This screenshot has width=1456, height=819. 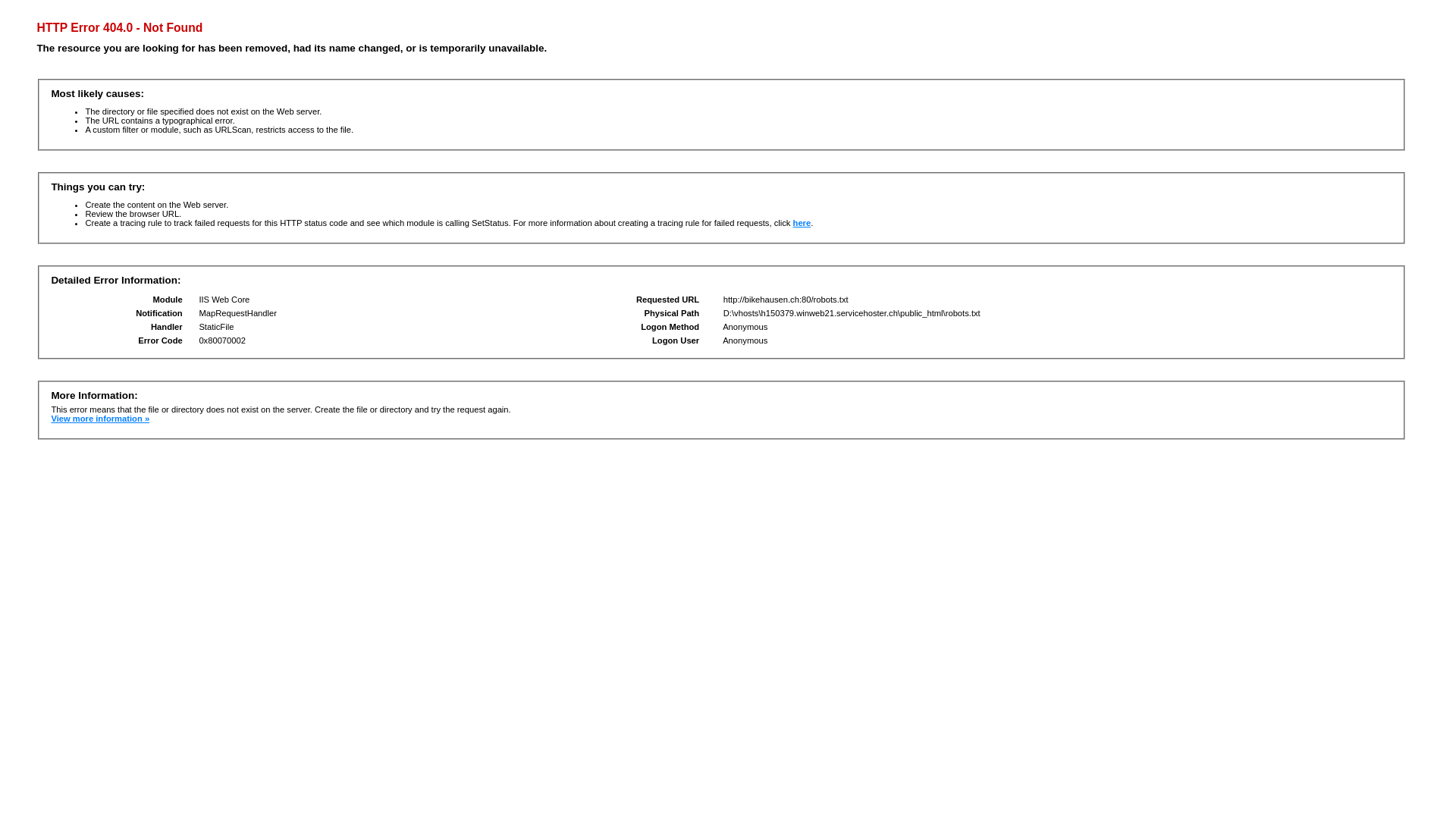 I want to click on 'here', so click(x=801, y=222).